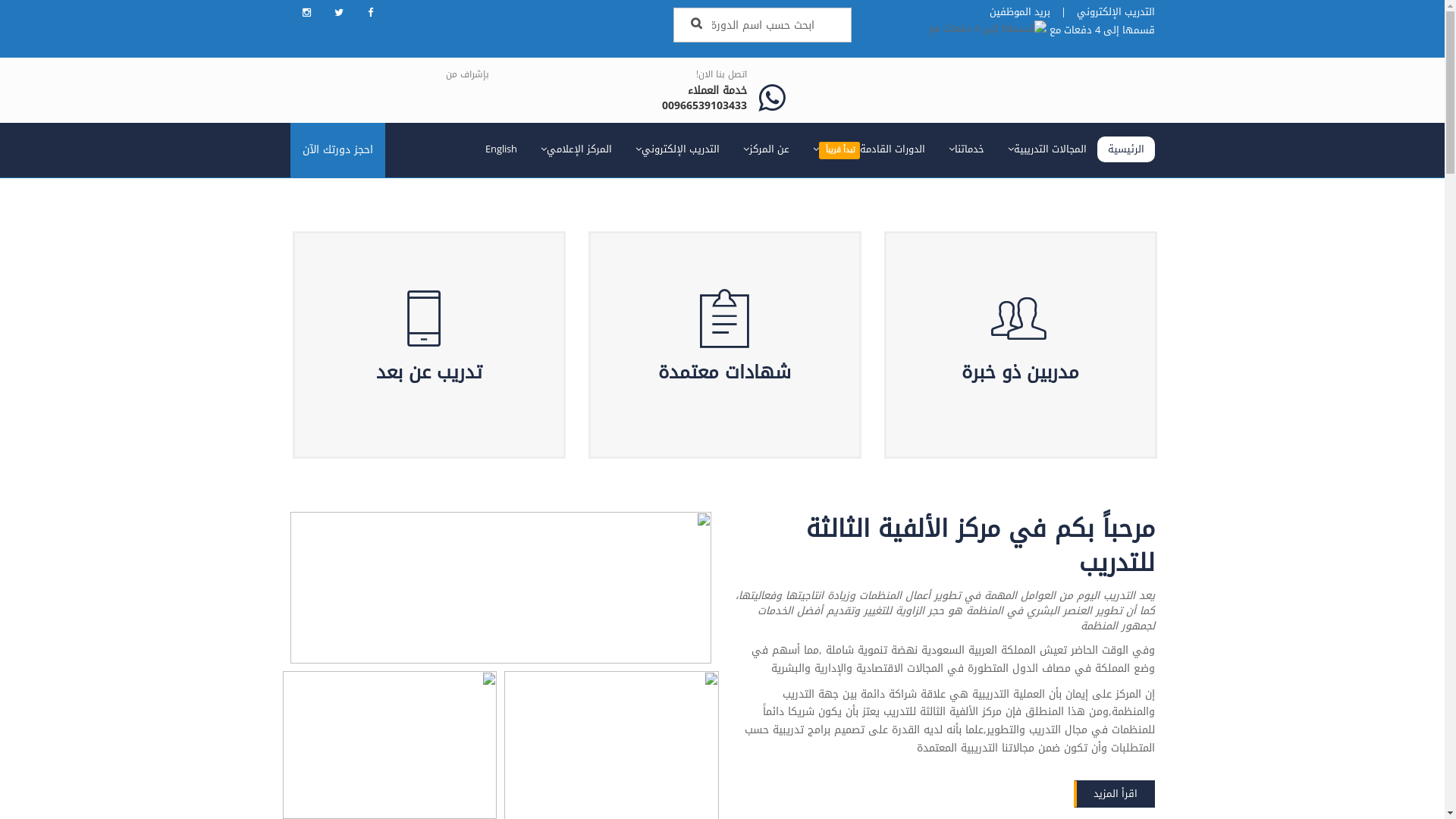  Describe the element at coordinates (704, 105) in the screenshot. I see `'00966539103433'` at that location.